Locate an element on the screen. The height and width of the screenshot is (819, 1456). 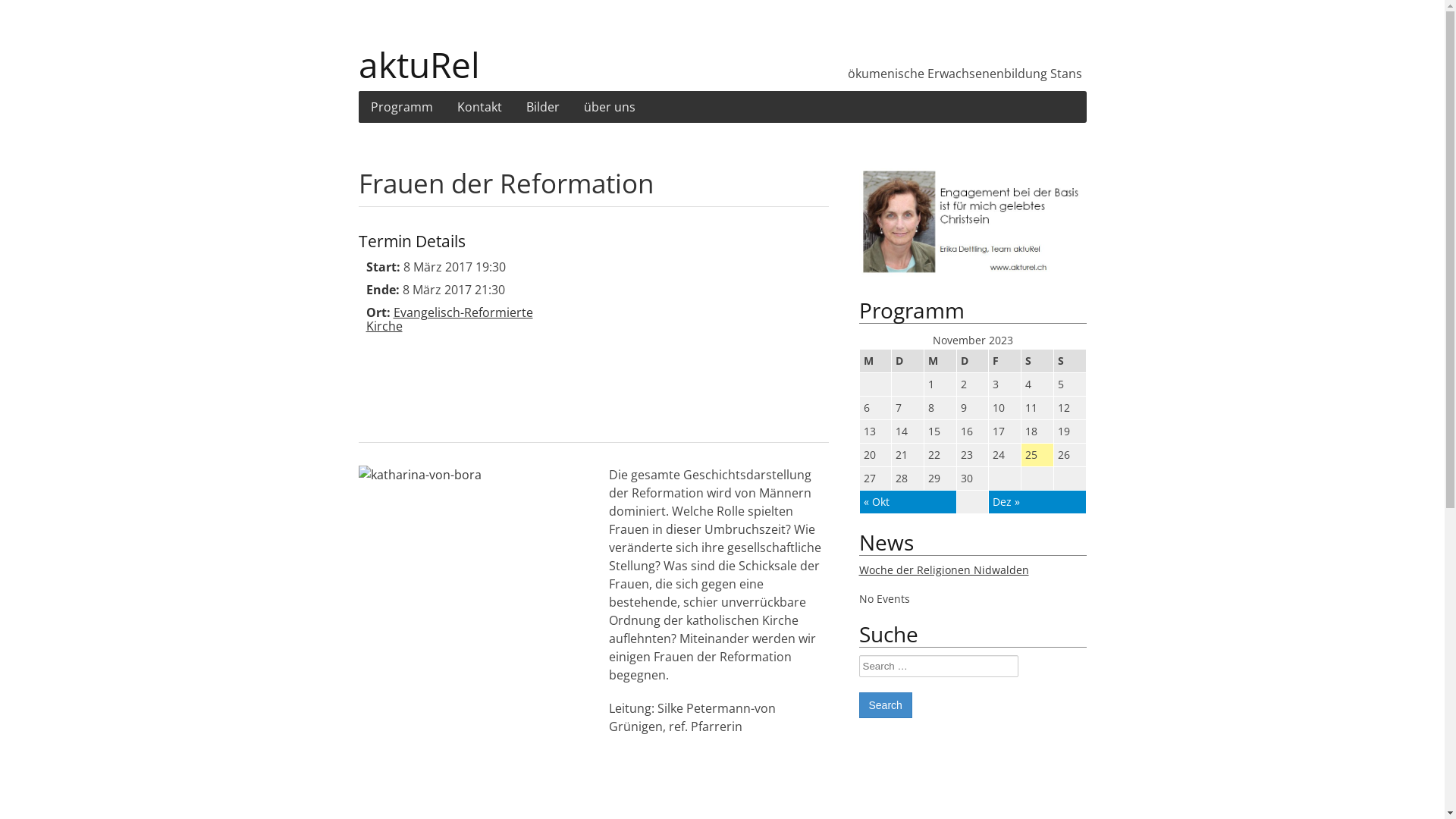
'Search' is located at coordinates (884, 704).